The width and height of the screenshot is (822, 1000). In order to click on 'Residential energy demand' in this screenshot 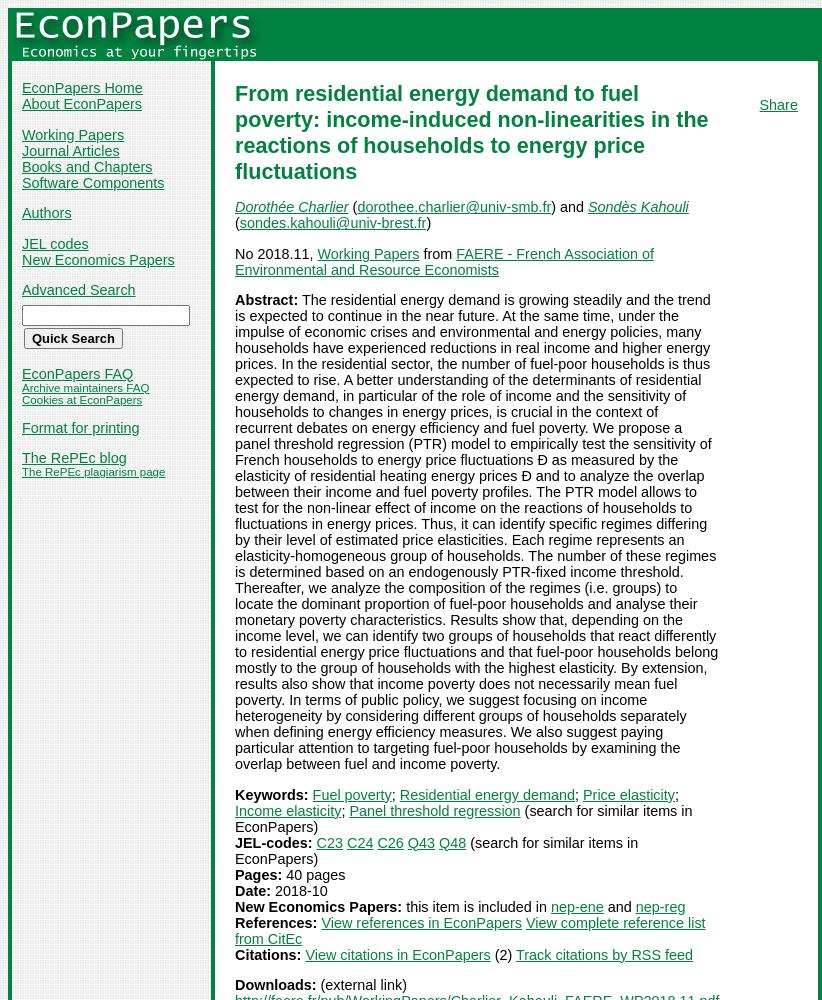, I will do `click(486, 794)`.